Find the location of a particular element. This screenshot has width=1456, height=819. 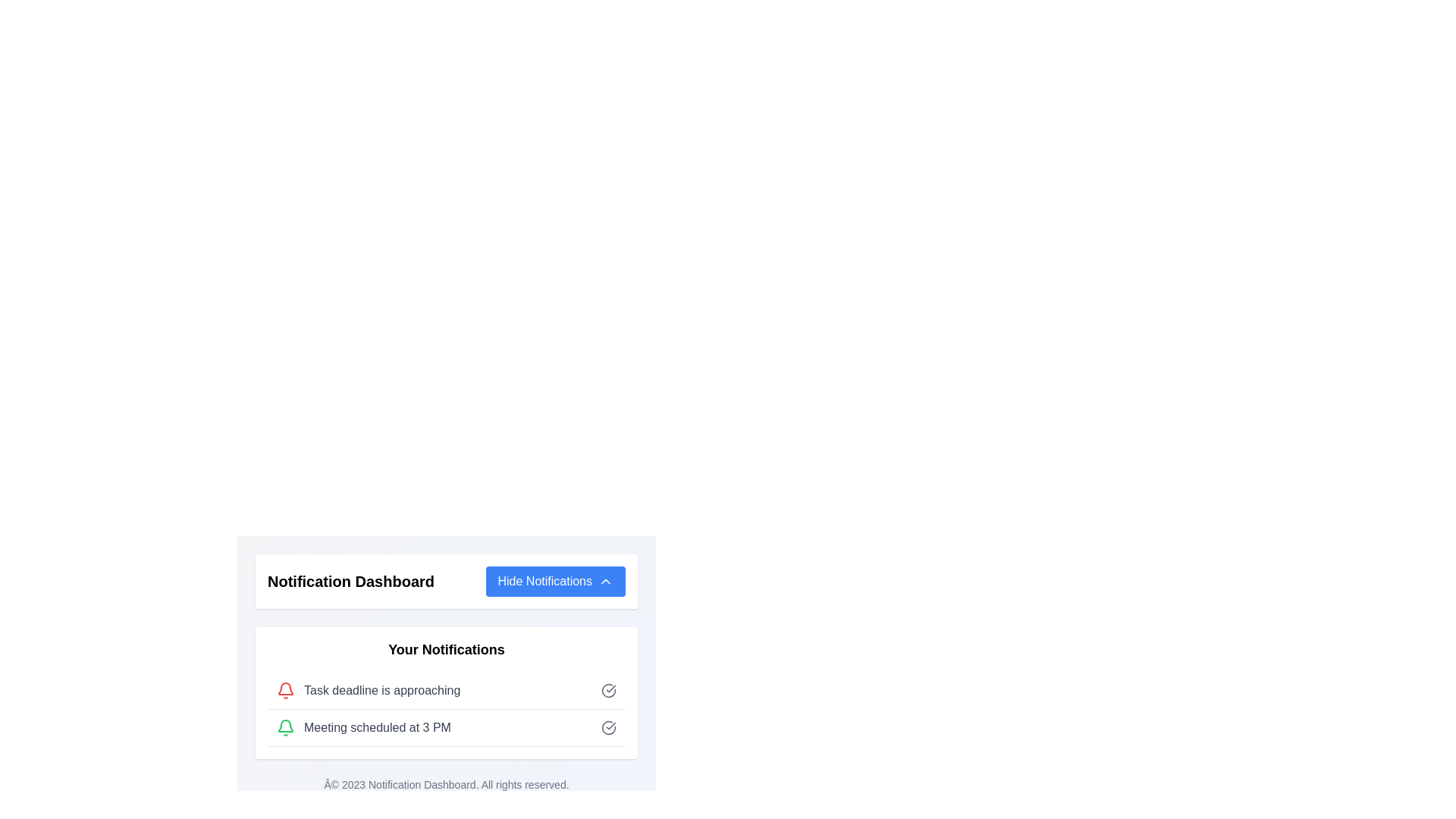

the first notification item which displays the message 'Task deadline is approaching' and includes a red bell icon and a checkmark icon for acknowledgment is located at coordinates (446, 691).